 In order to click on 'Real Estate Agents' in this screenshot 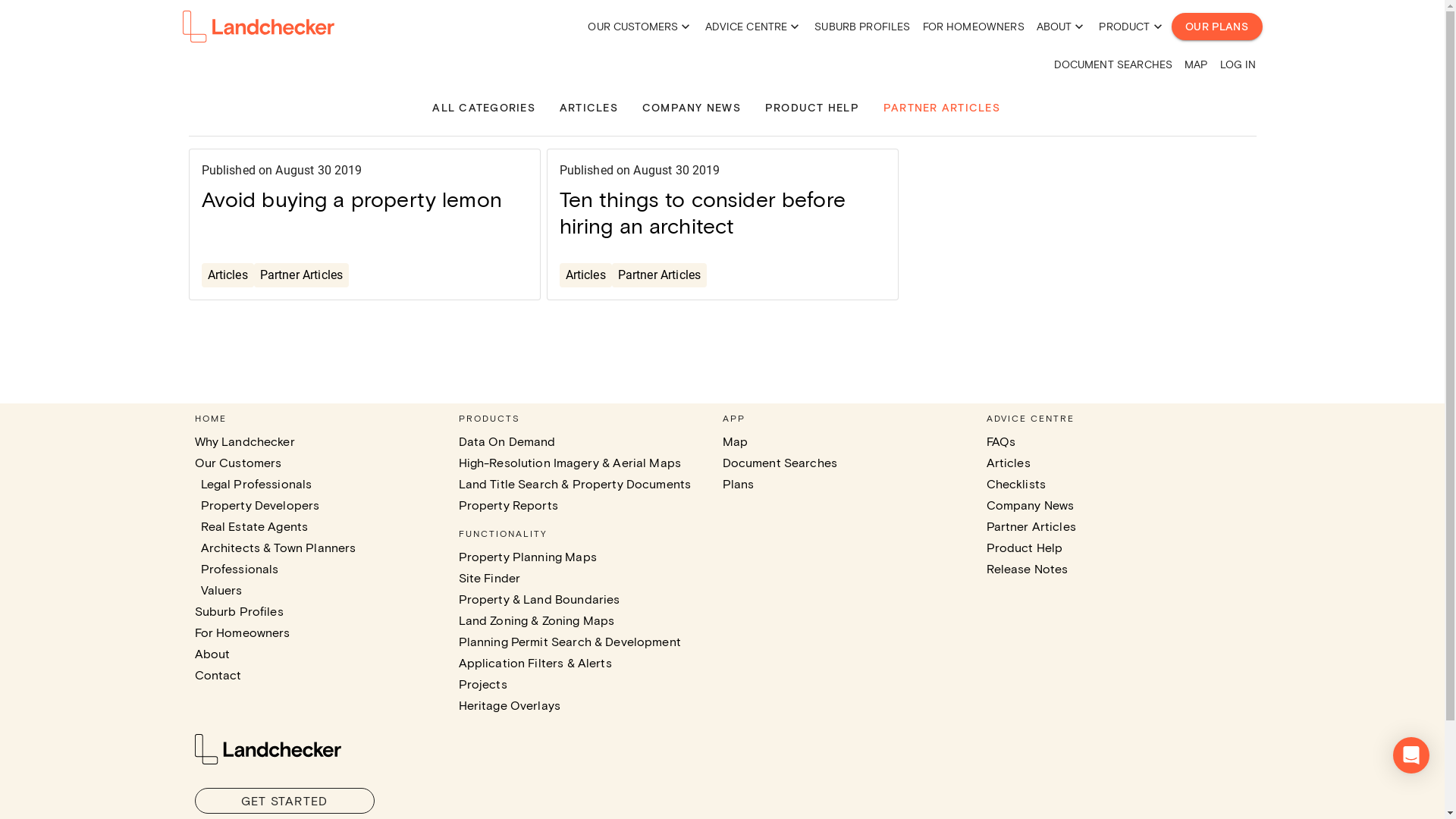, I will do `click(254, 526)`.